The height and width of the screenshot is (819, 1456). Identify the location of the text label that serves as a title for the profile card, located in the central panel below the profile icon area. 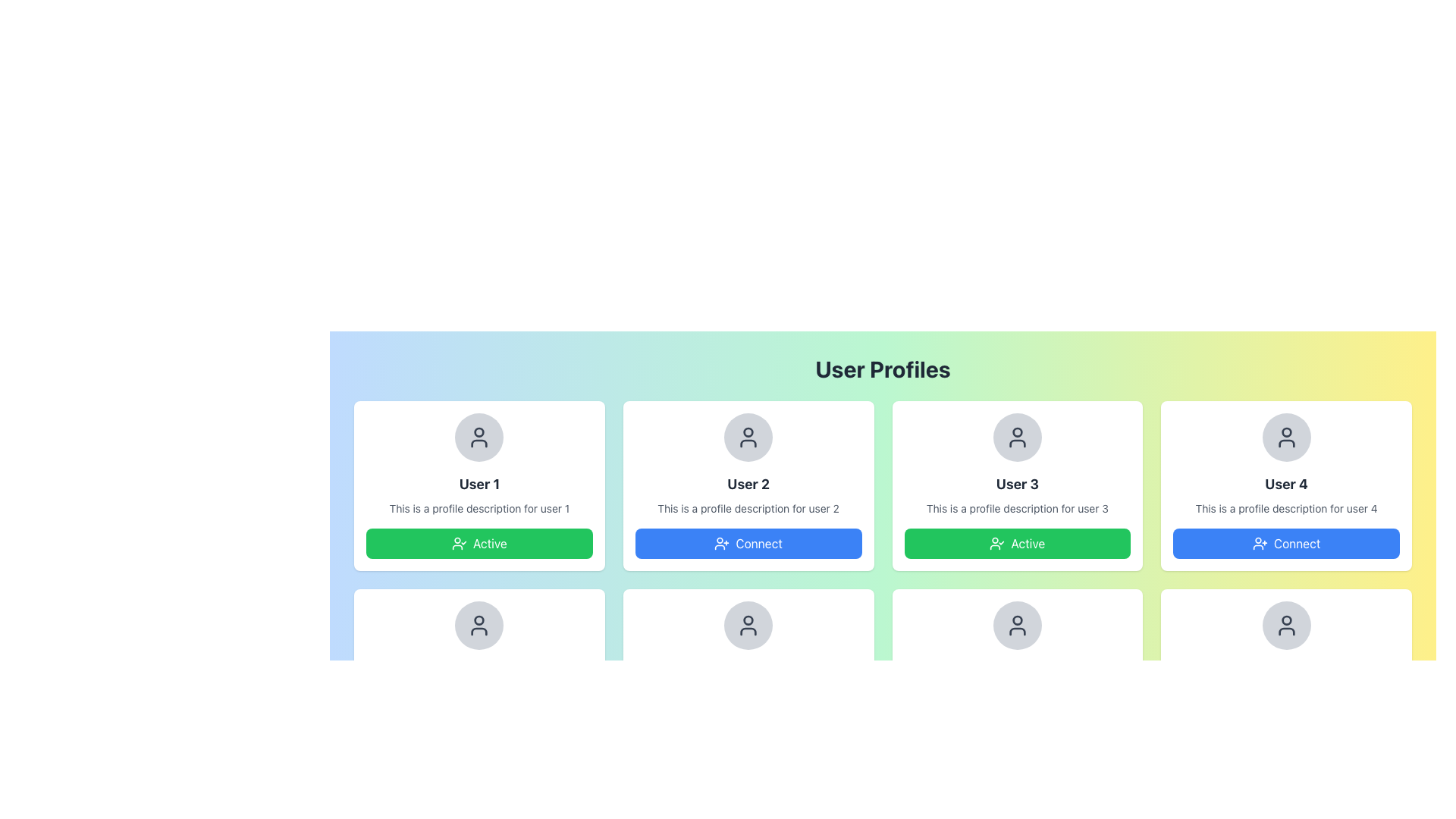
(748, 485).